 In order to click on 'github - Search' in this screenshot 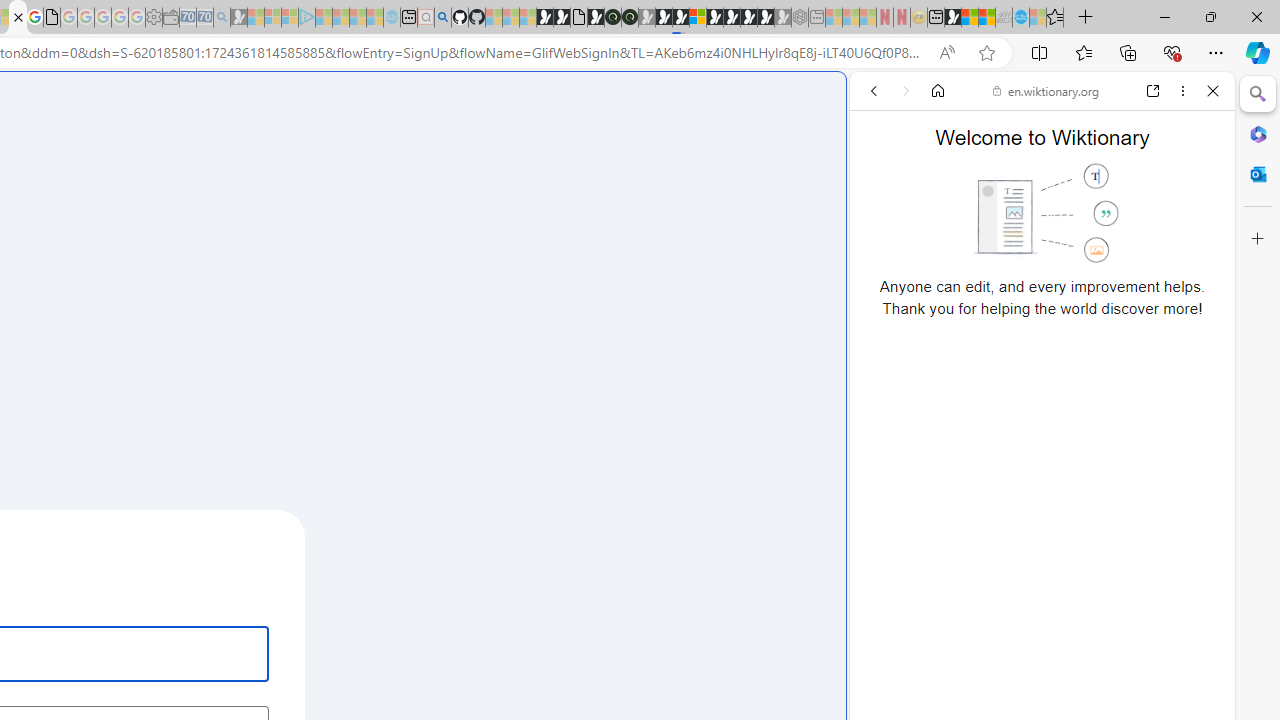, I will do `click(441, 17)`.